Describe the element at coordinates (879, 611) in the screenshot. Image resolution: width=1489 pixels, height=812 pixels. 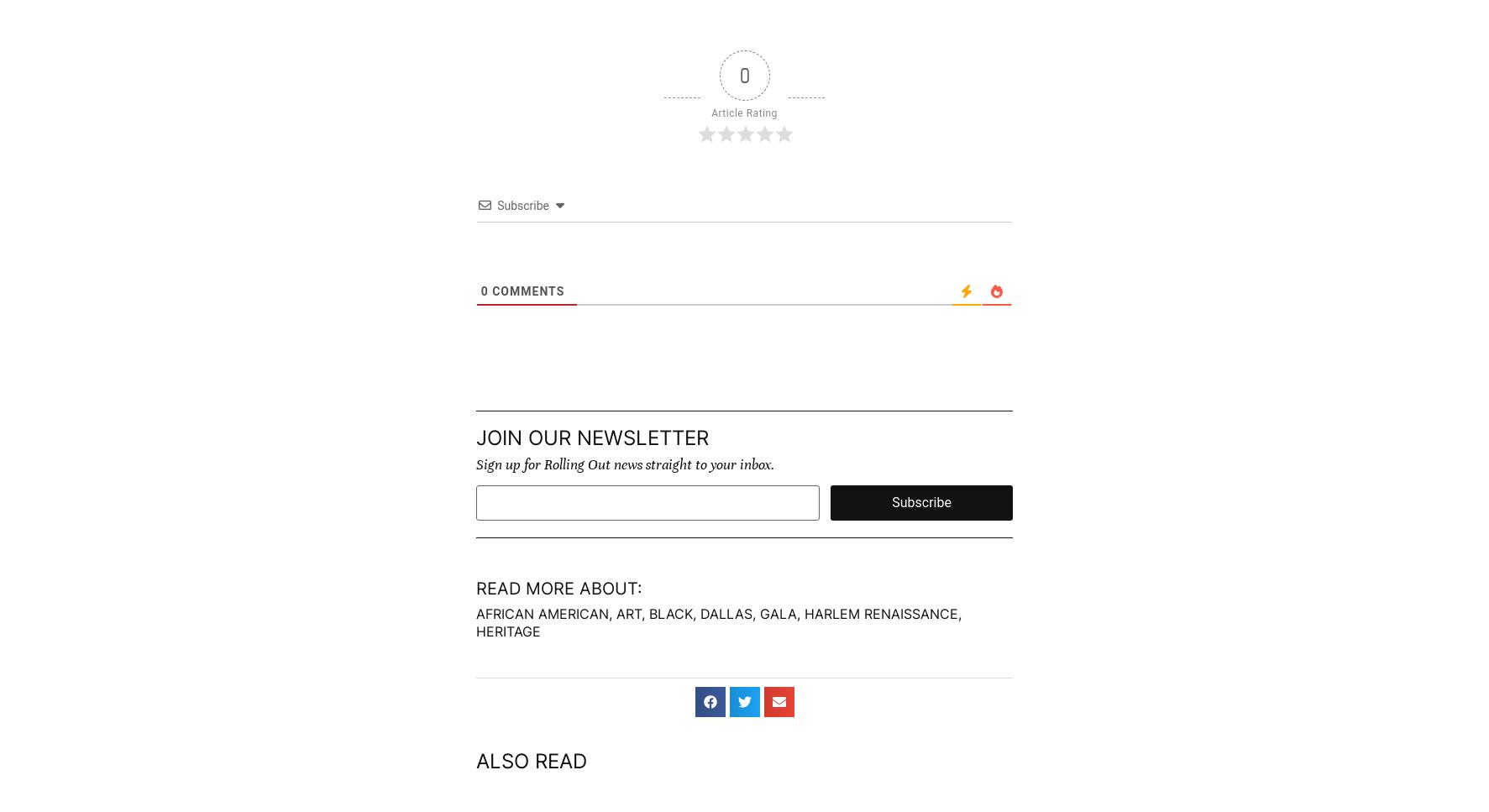
I see `'harlem renaissance'` at that location.